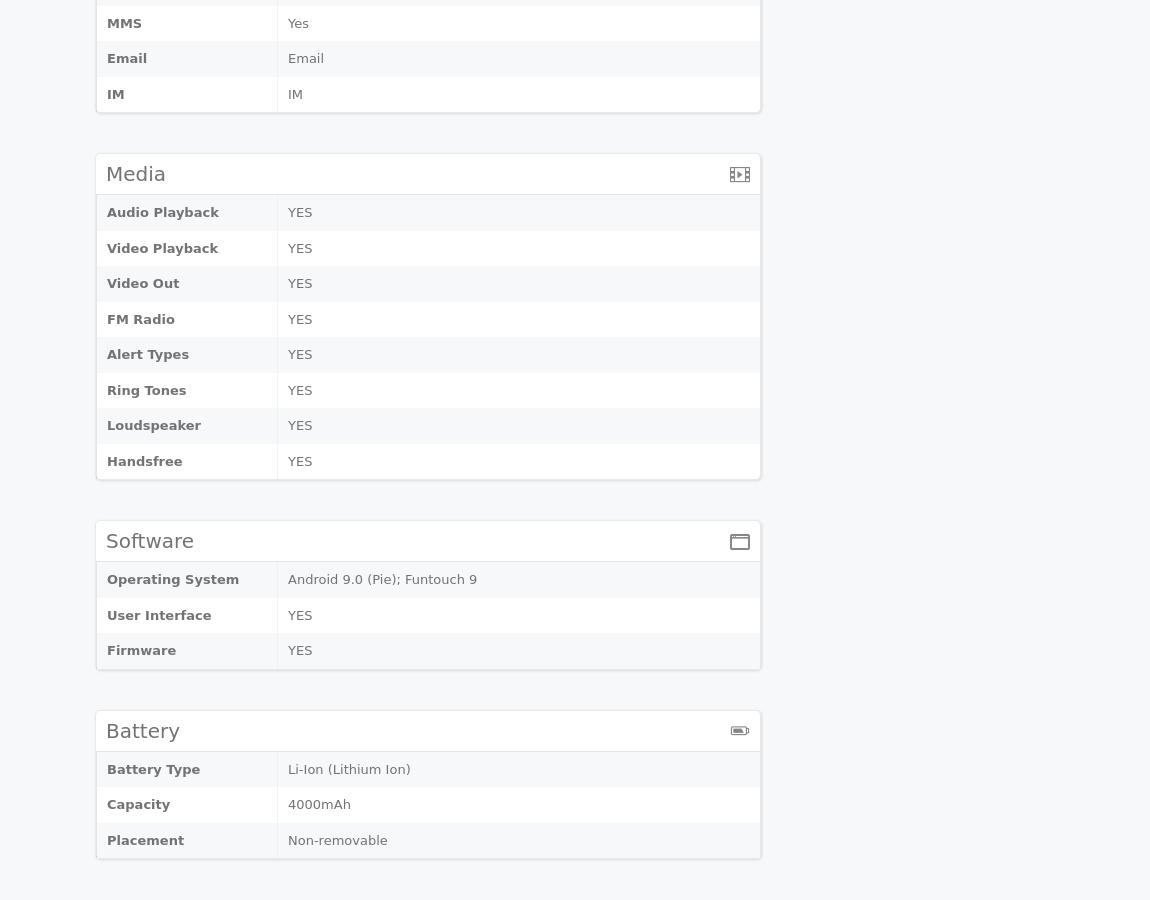 This screenshot has height=900, width=1150. Describe the element at coordinates (286, 579) in the screenshot. I see `'Android 9.0 (Pie); Funtouch 9'` at that location.